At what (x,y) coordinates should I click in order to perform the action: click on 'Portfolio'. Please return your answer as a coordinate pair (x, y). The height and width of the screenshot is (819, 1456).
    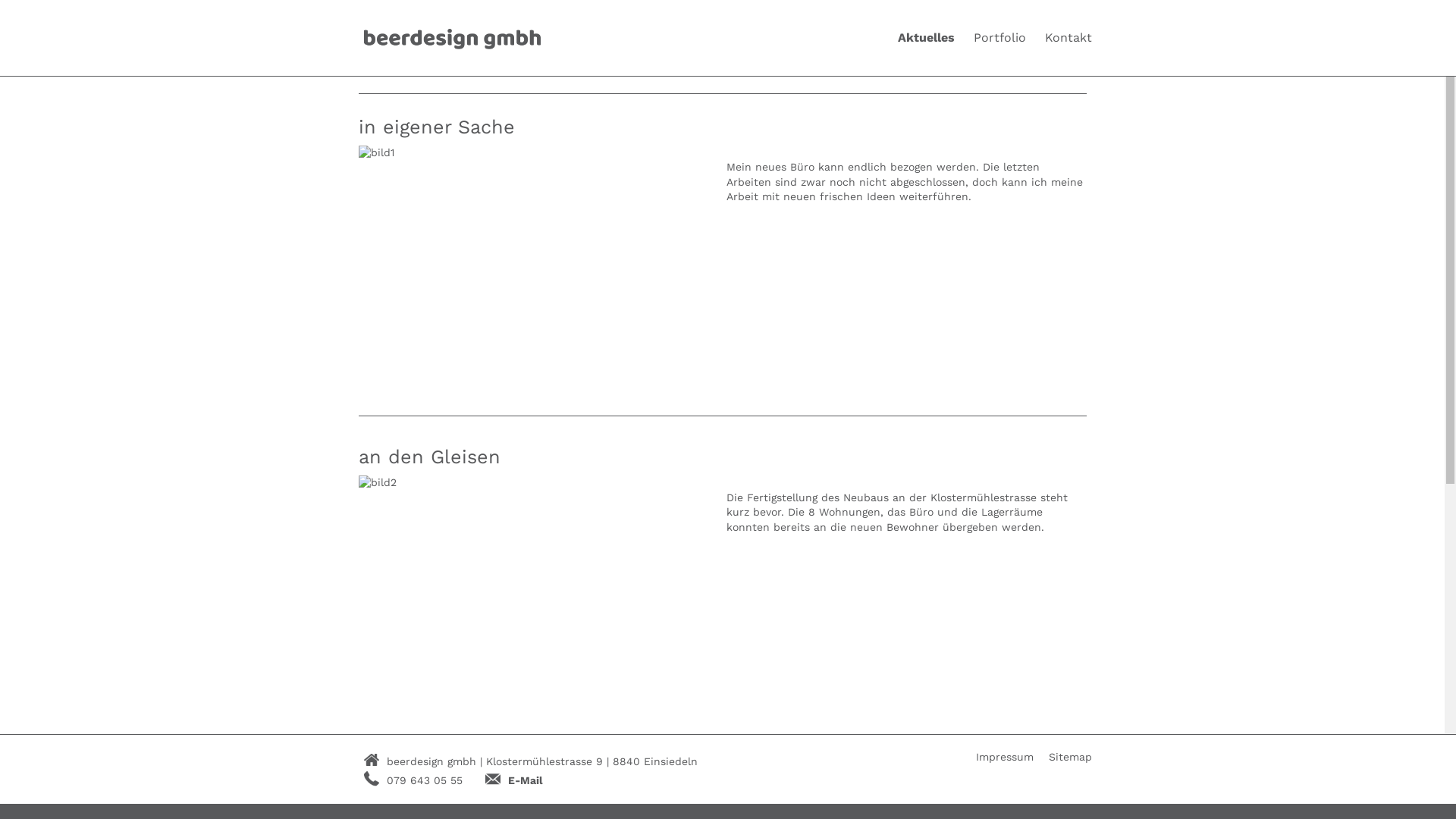
    Looking at the image, I should click on (999, 37).